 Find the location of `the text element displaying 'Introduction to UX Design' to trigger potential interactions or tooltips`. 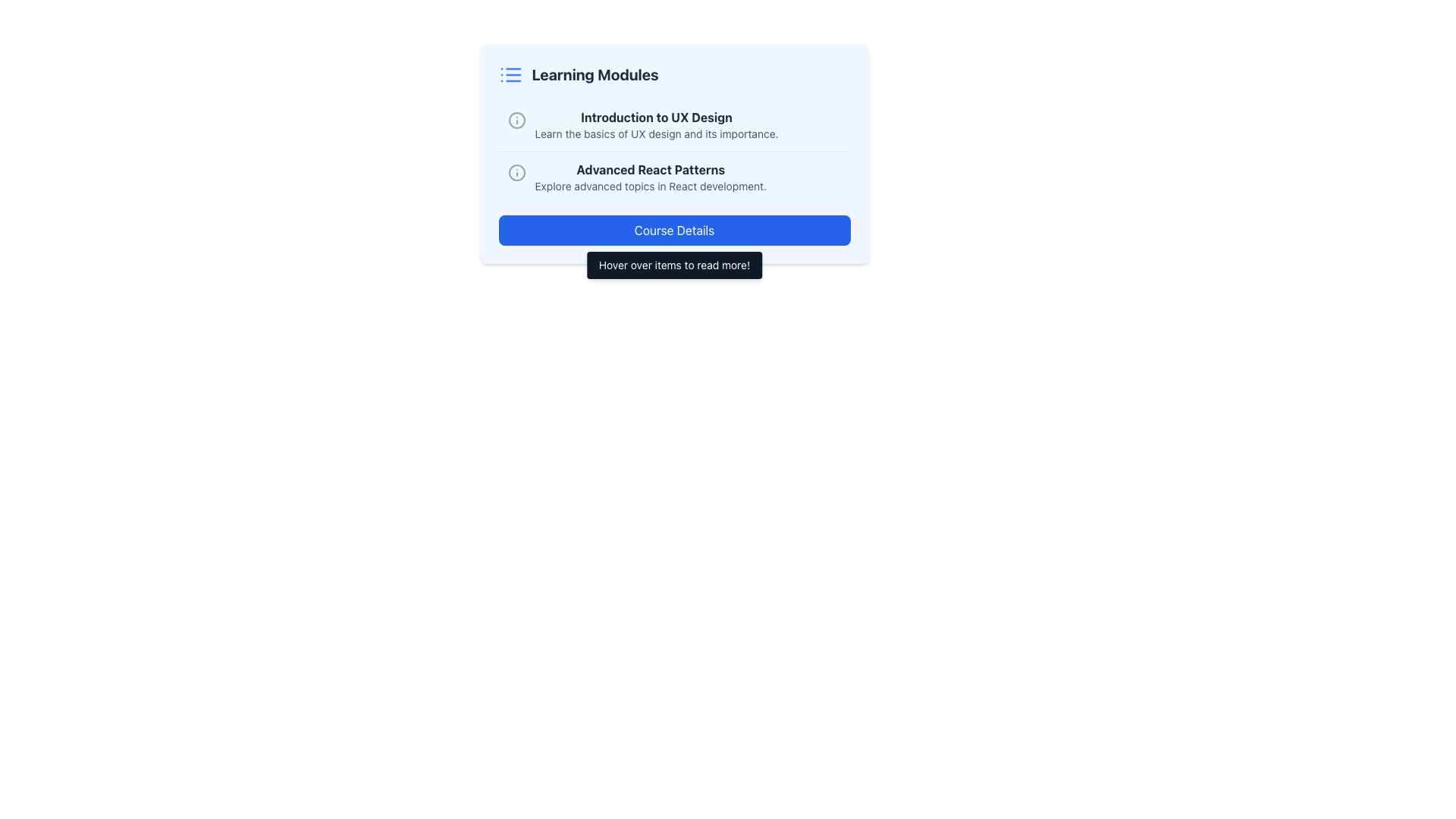

the text element displaying 'Introduction to UX Design' to trigger potential interactions or tooltips is located at coordinates (657, 124).